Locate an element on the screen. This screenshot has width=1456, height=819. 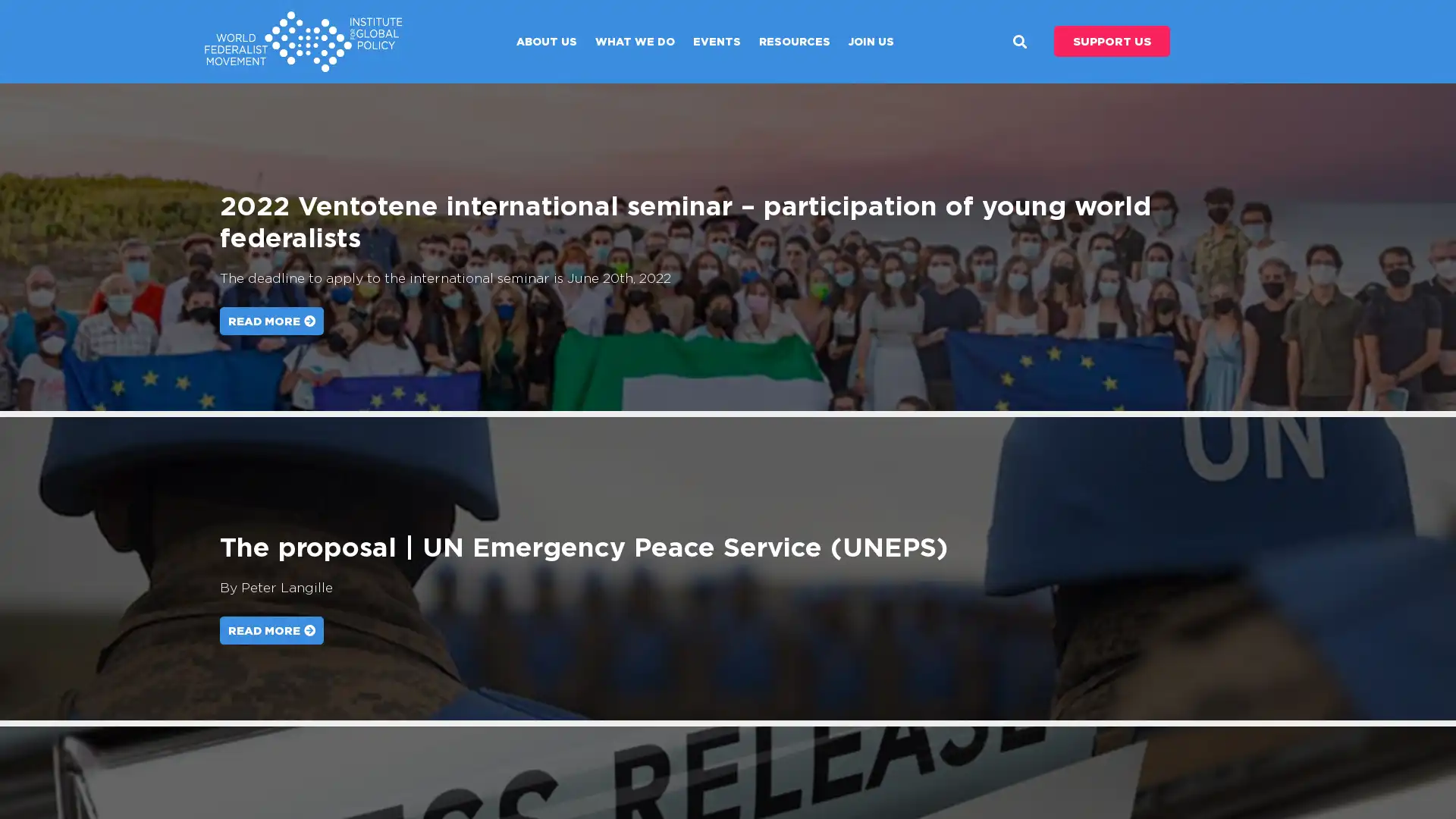
Next is located at coordinates (1415, 247).